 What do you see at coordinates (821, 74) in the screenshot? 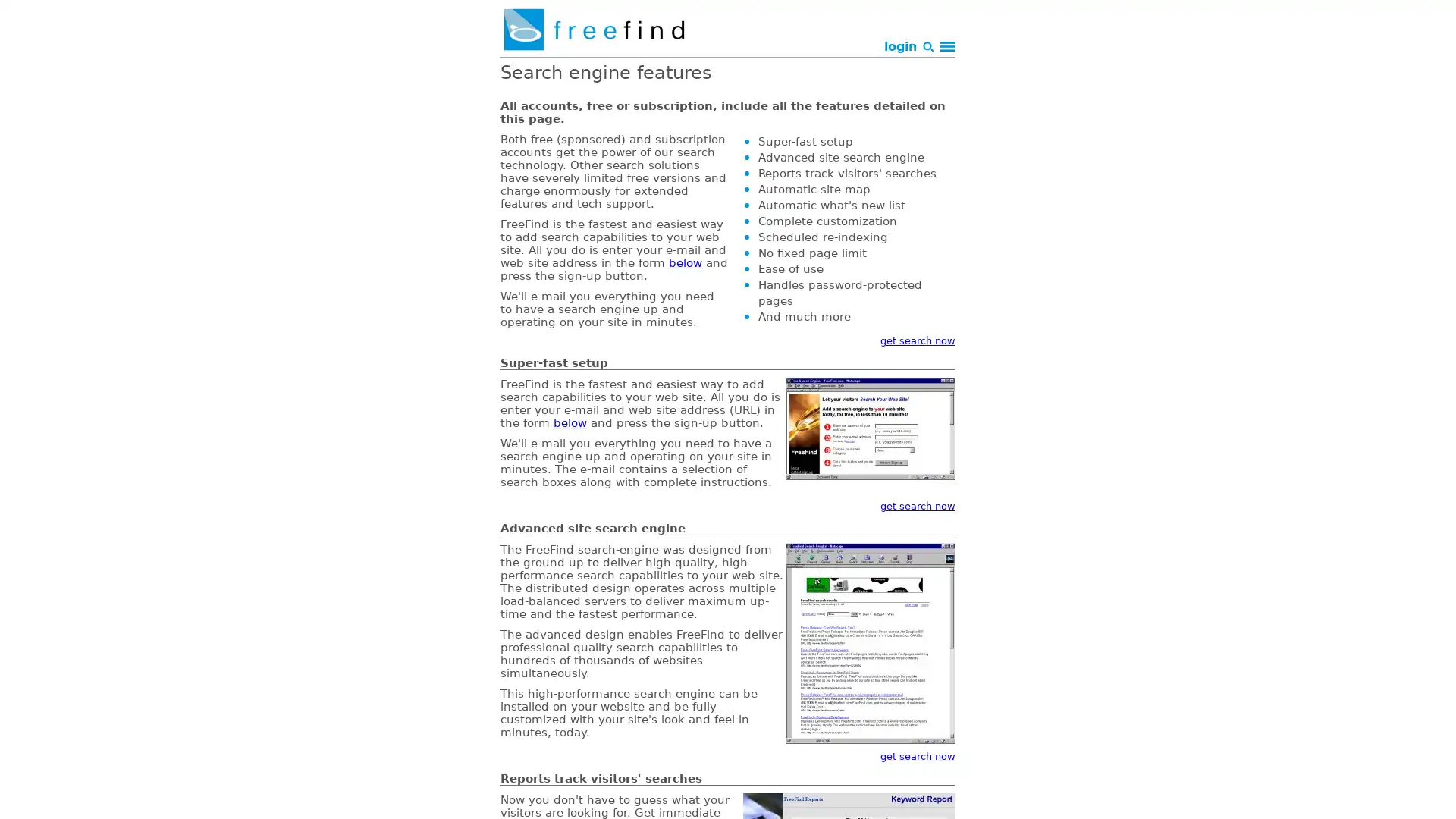
I see `Search` at bounding box center [821, 74].